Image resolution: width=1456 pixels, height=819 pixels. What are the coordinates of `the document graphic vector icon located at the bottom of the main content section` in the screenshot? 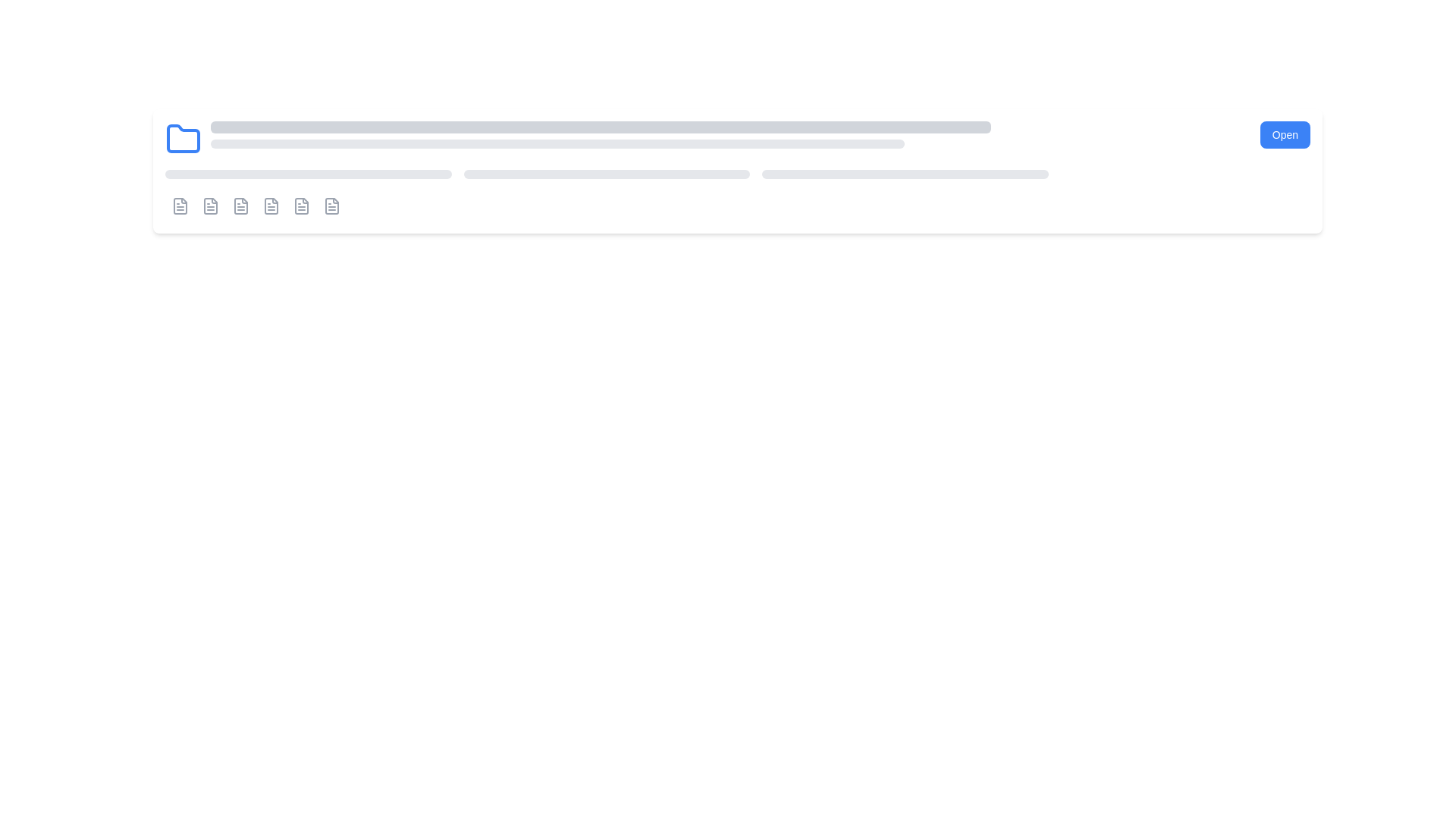 It's located at (271, 206).